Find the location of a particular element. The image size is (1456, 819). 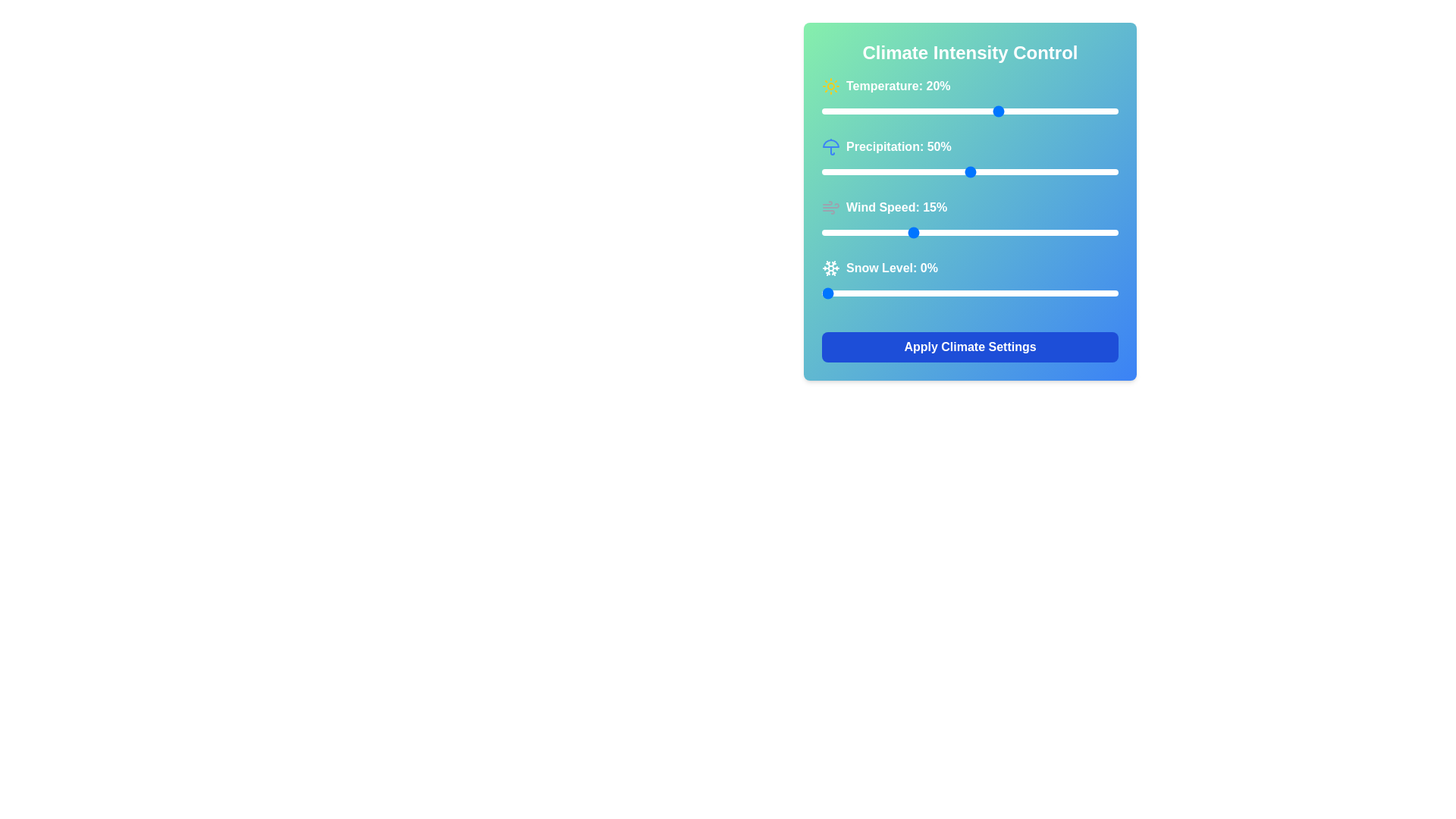

wind speed is located at coordinates (881, 233).